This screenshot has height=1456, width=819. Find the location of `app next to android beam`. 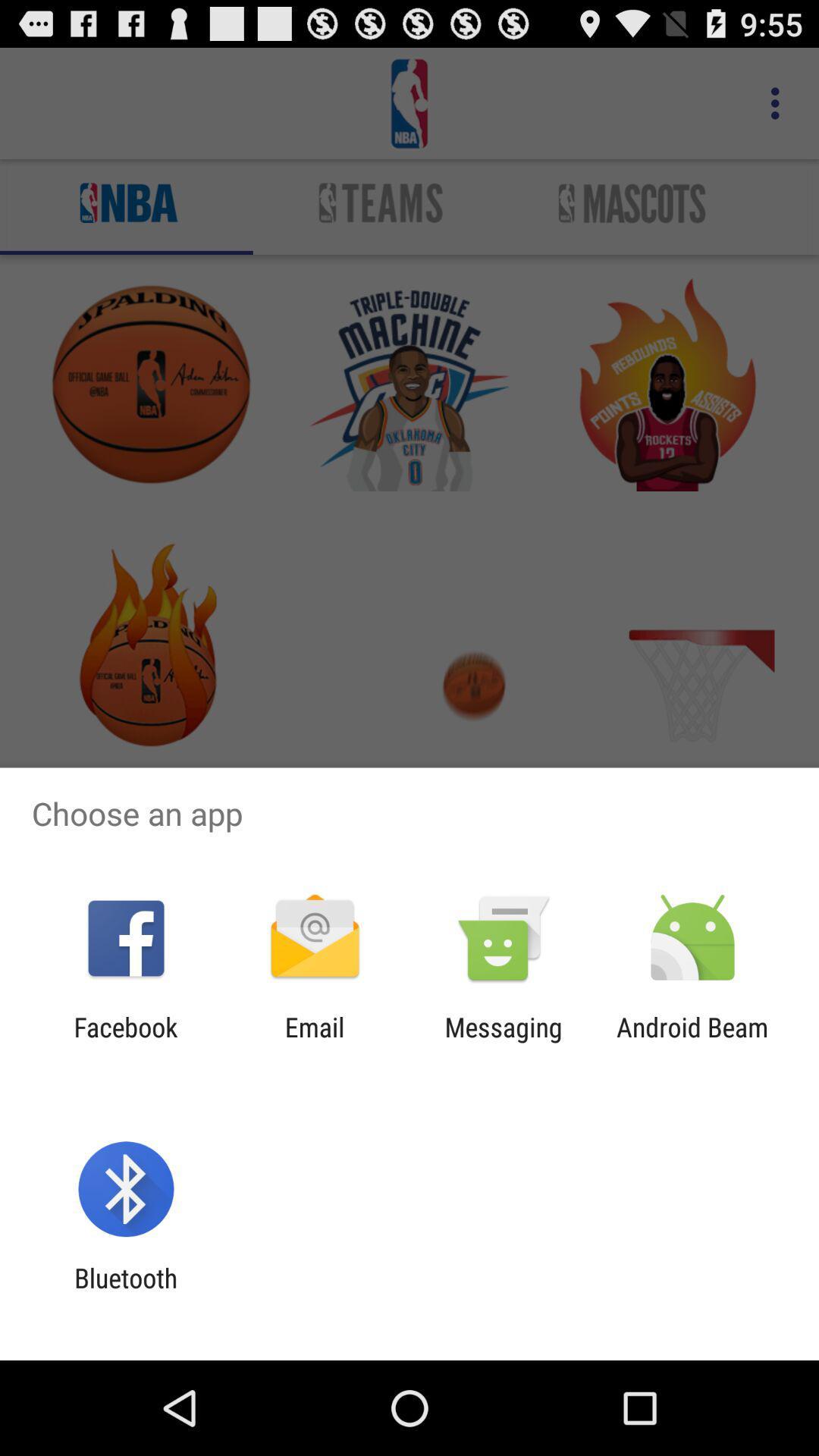

app next to android beam is located at coordinates (504, 1042).